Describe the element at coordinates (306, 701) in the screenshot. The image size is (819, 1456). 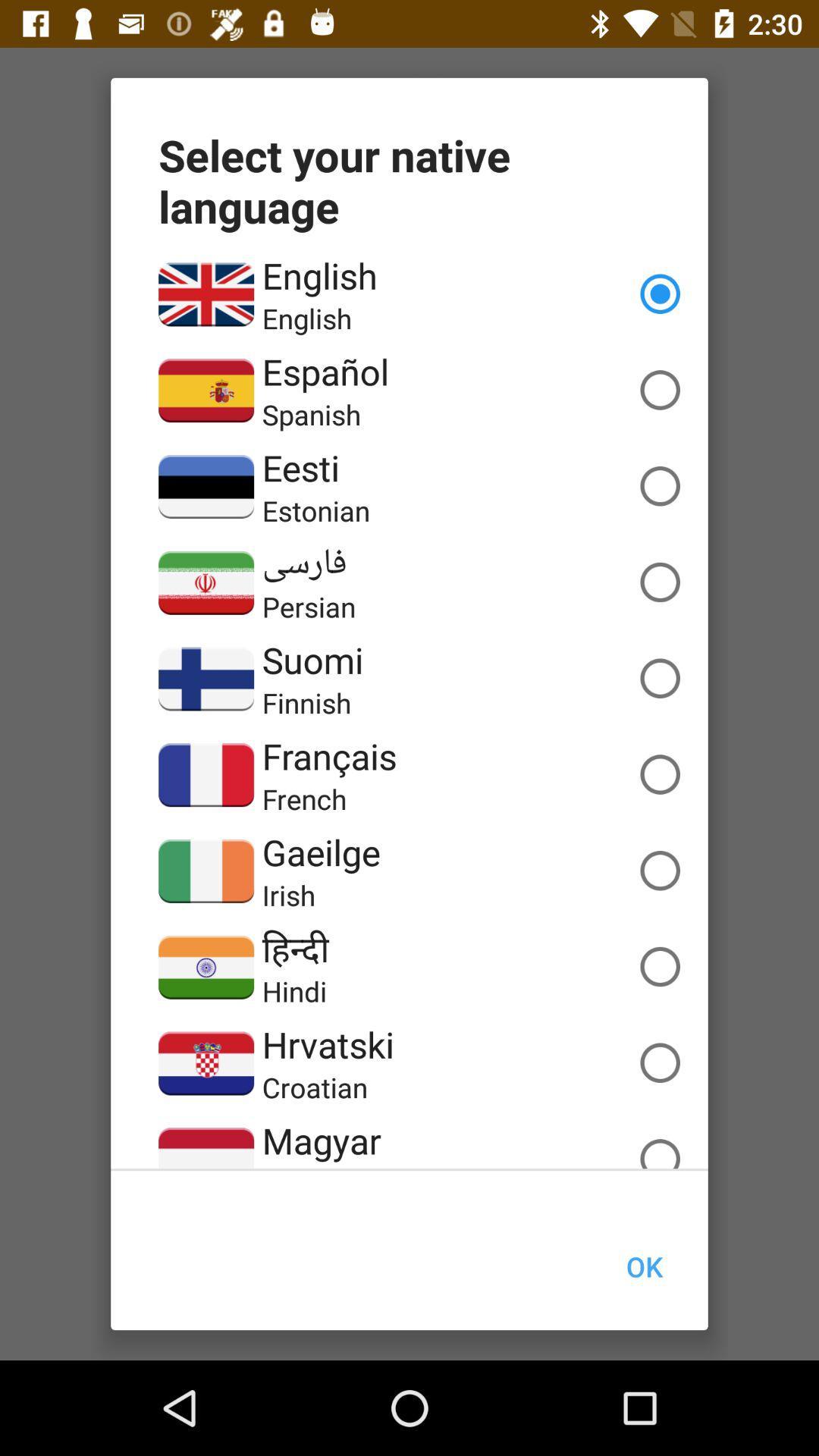
I see `the item below the suomi` at that location.